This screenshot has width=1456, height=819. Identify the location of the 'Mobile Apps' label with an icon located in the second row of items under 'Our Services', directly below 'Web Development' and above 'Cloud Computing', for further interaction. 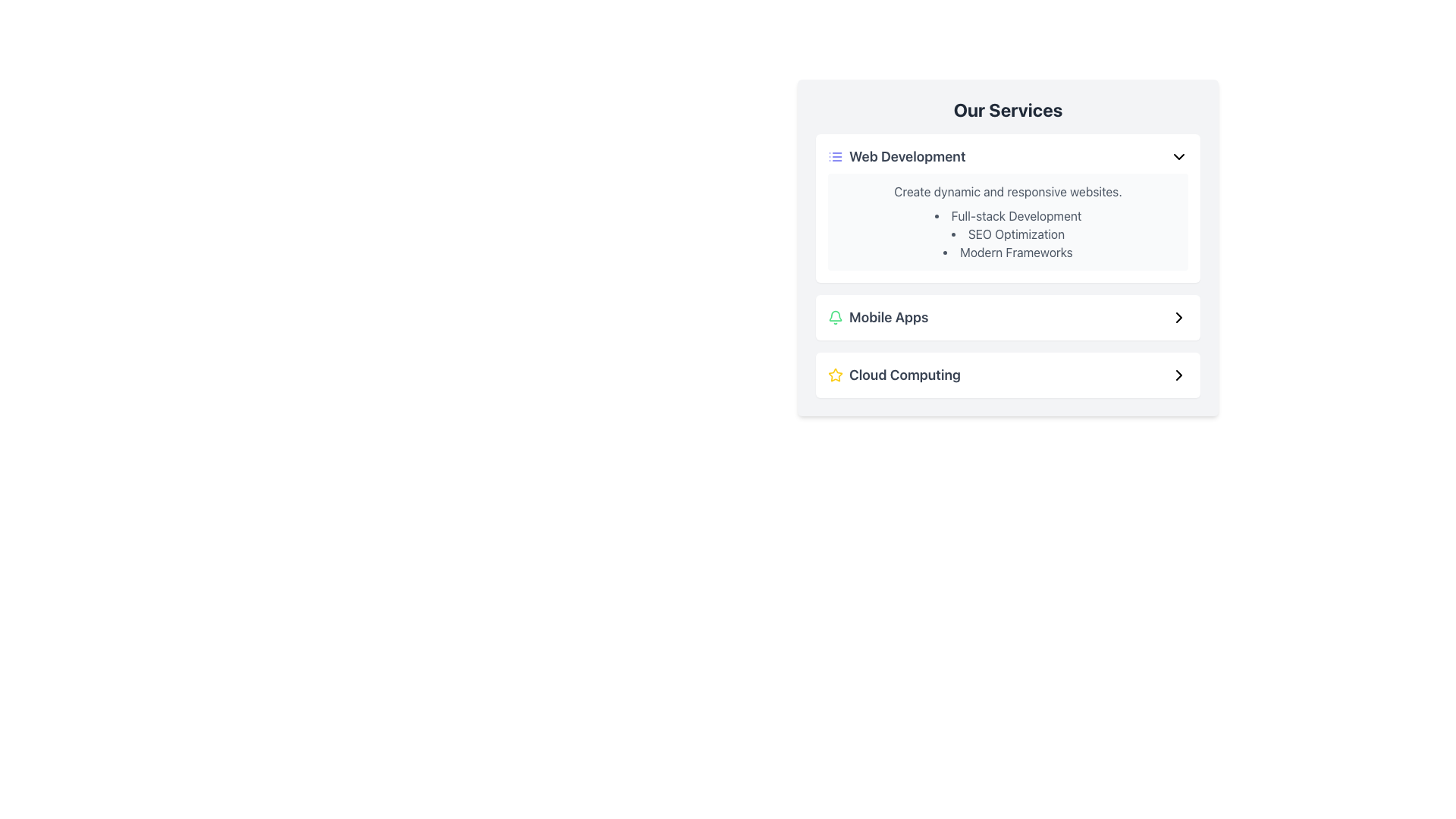
(877, 317).